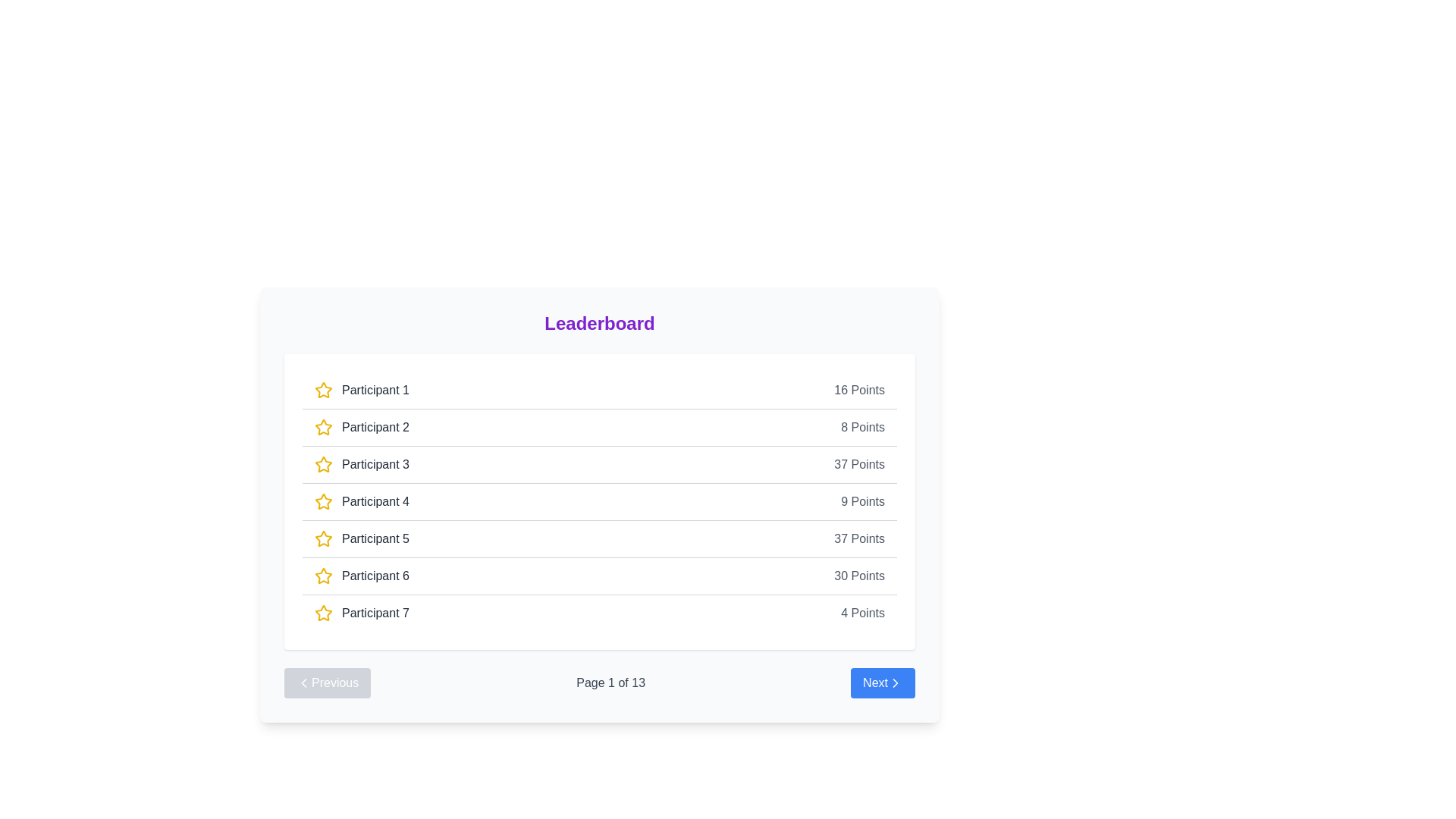  What do you see at coordinates (883, 683) in the screenshot?
I see `the rightmost 'Next' button in the navigation bar at the bottom of the leaderboard interface` at bounding box center [883, 683].